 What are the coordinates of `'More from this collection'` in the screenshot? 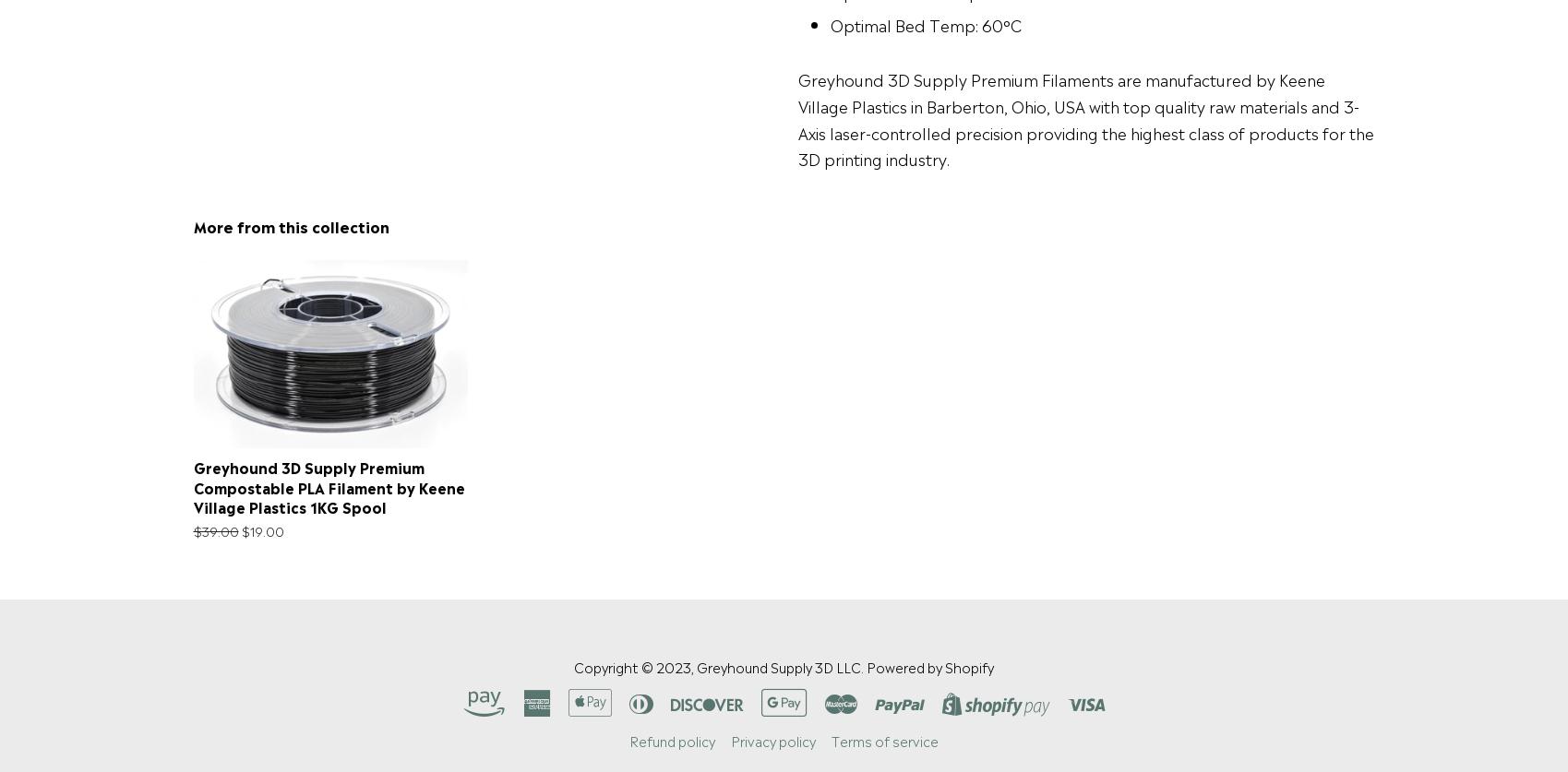 It's located at (289, 224).